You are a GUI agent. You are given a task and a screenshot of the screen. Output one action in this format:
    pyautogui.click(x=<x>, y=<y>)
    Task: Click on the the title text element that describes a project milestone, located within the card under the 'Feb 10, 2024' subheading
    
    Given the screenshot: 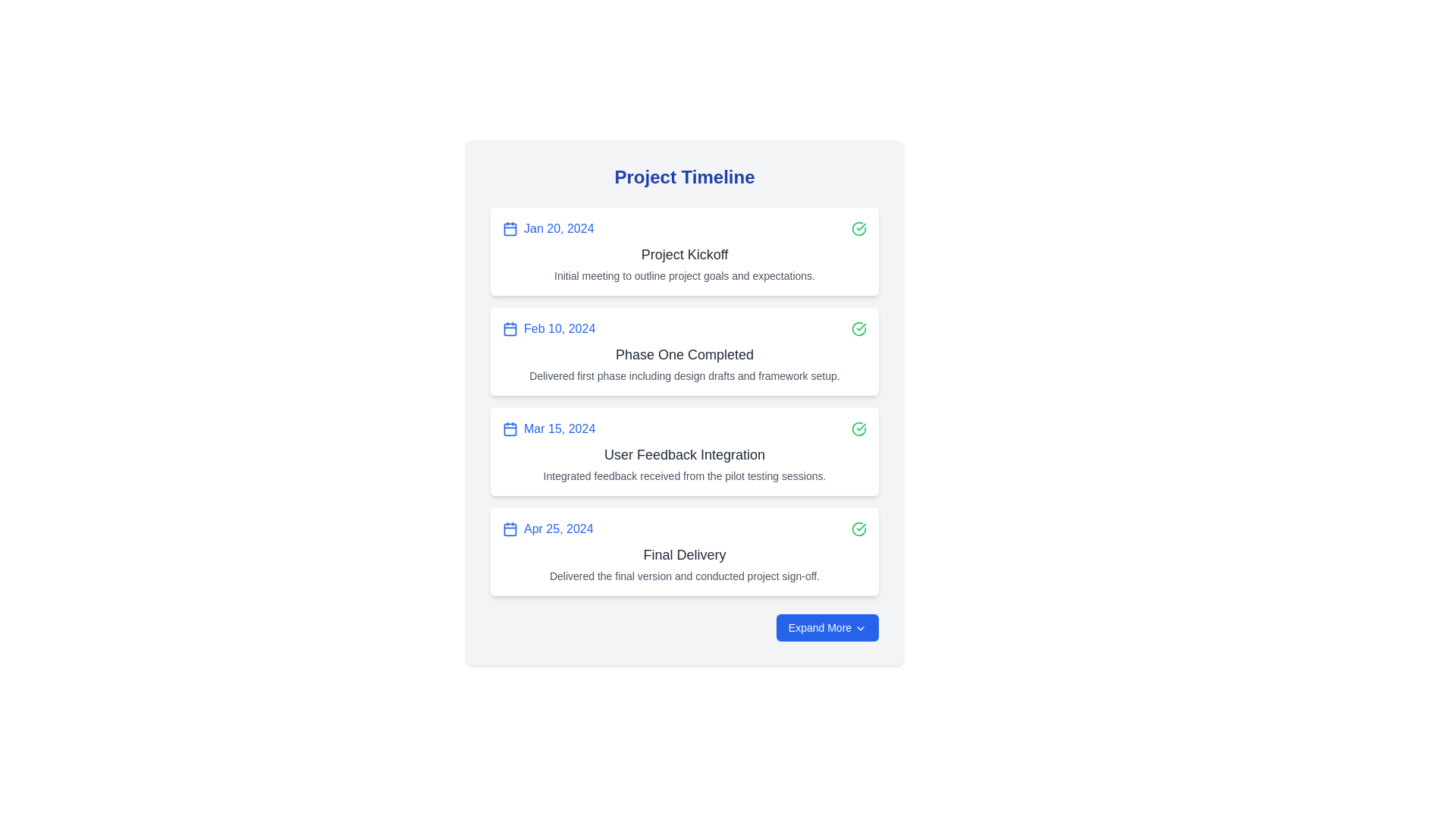 What is the action you would take?
    pyautogui.click(x=683, y=354)
    